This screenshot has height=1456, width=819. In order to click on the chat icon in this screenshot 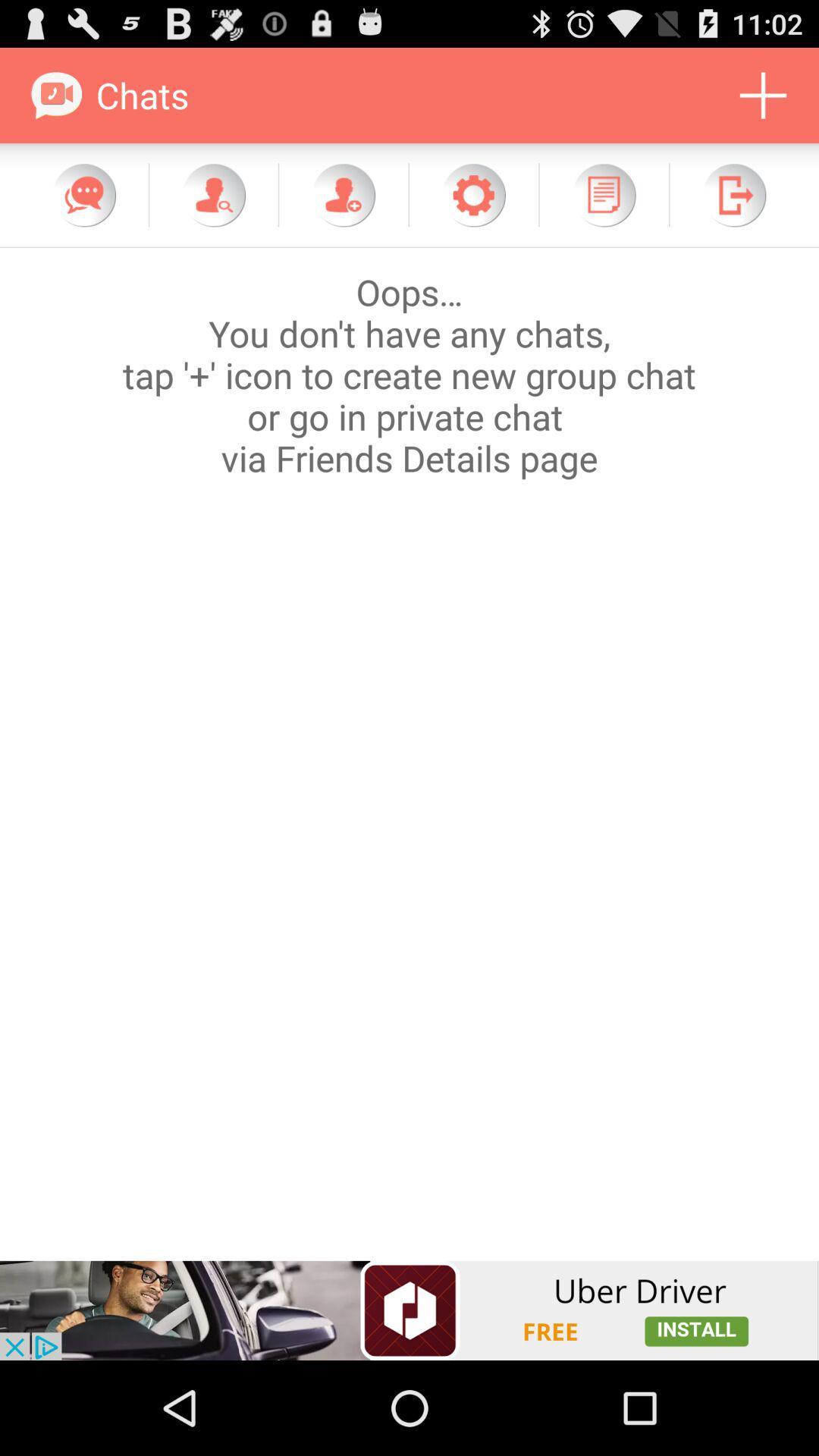, I will do `click(84, 208)`.